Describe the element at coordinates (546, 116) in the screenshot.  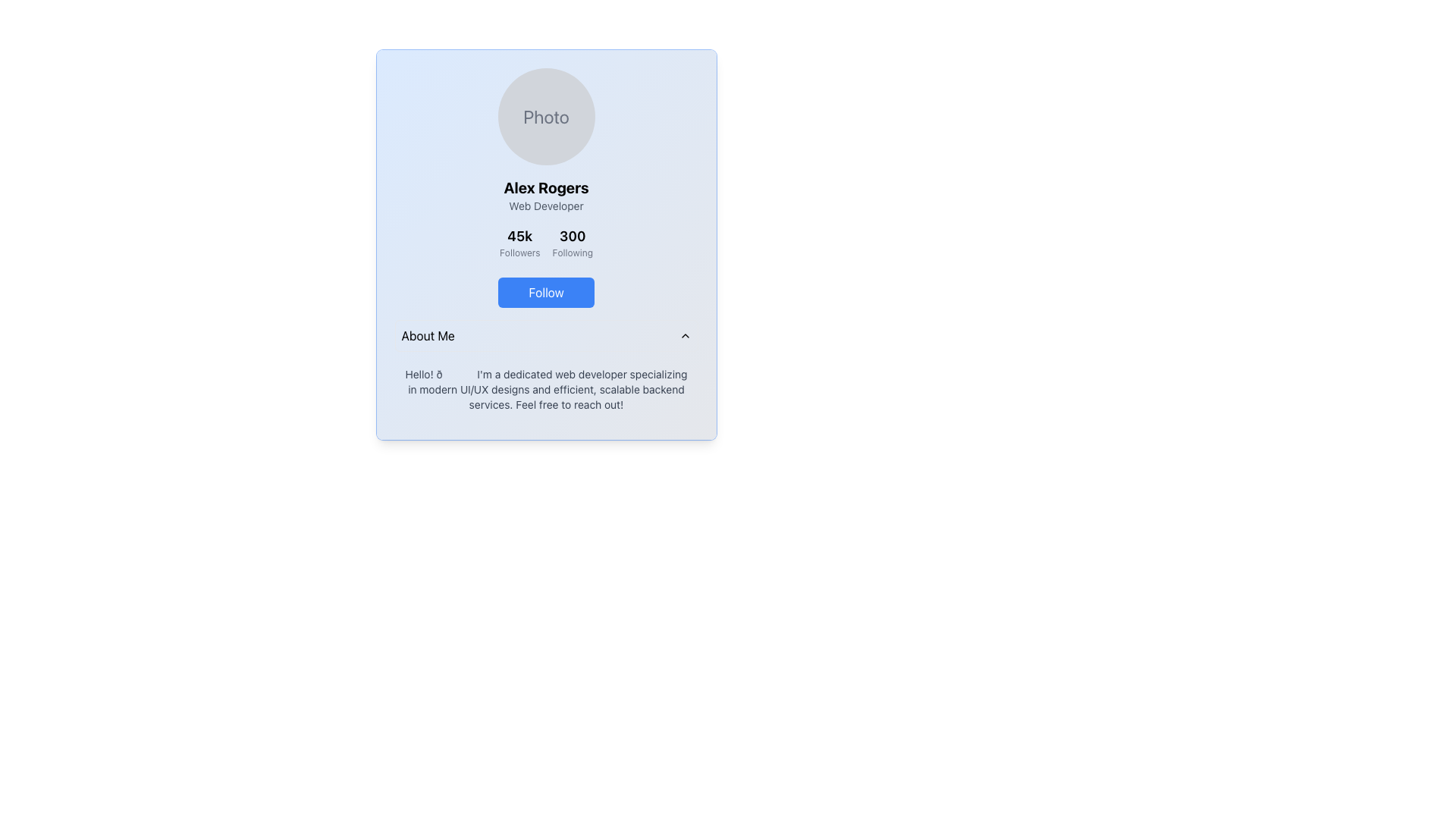
I see `the circular 'Photo' placeholder icon with a gray background and light gray font located at the top of the column layout, above the text label 'Alex Rogers'` at that location.